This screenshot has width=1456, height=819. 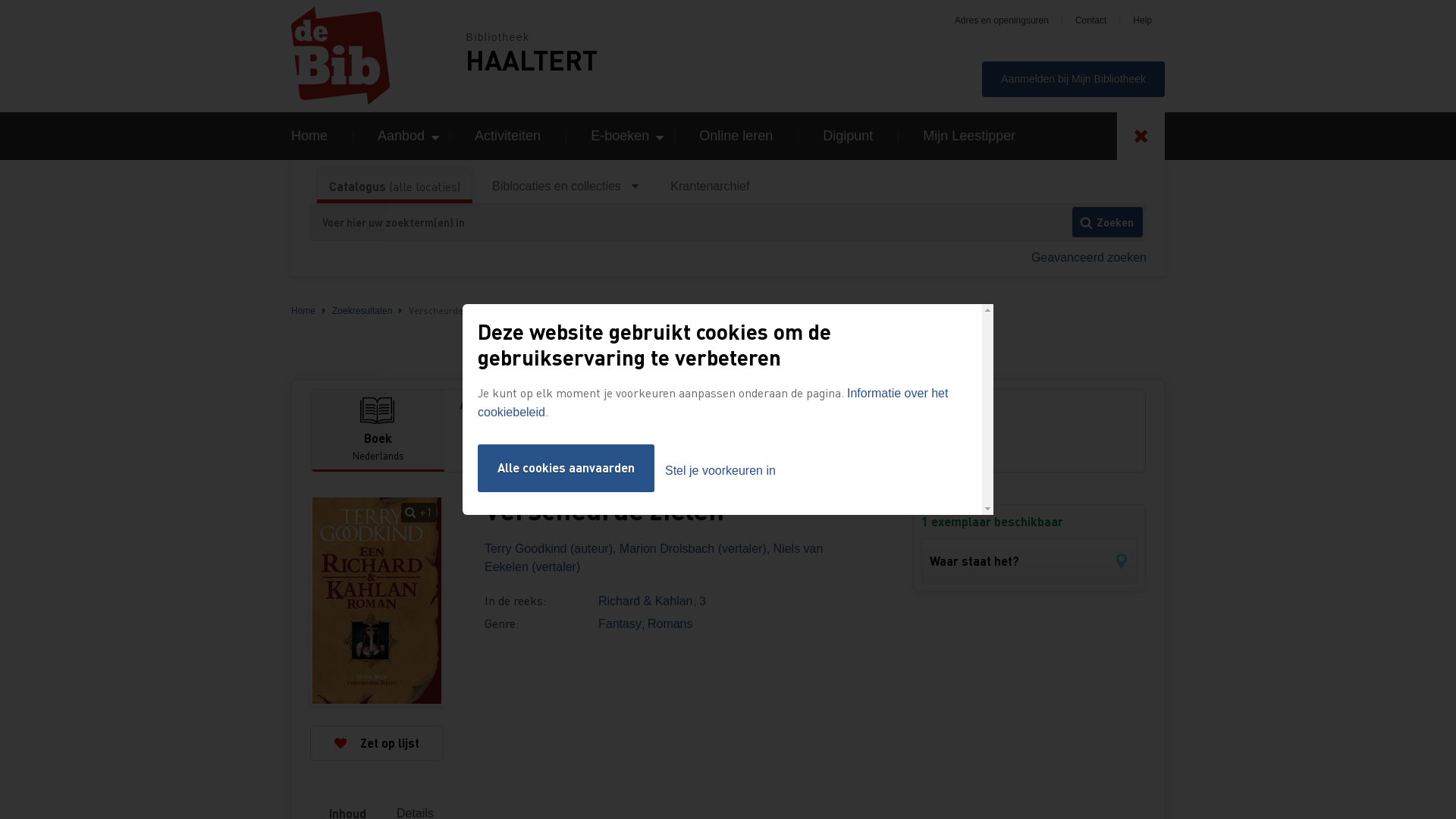 What do you see at coordinates (712, 402) in the screenshot?
I see `'Informatie over het cookiebeleid'` at bounding box center [712, 402].